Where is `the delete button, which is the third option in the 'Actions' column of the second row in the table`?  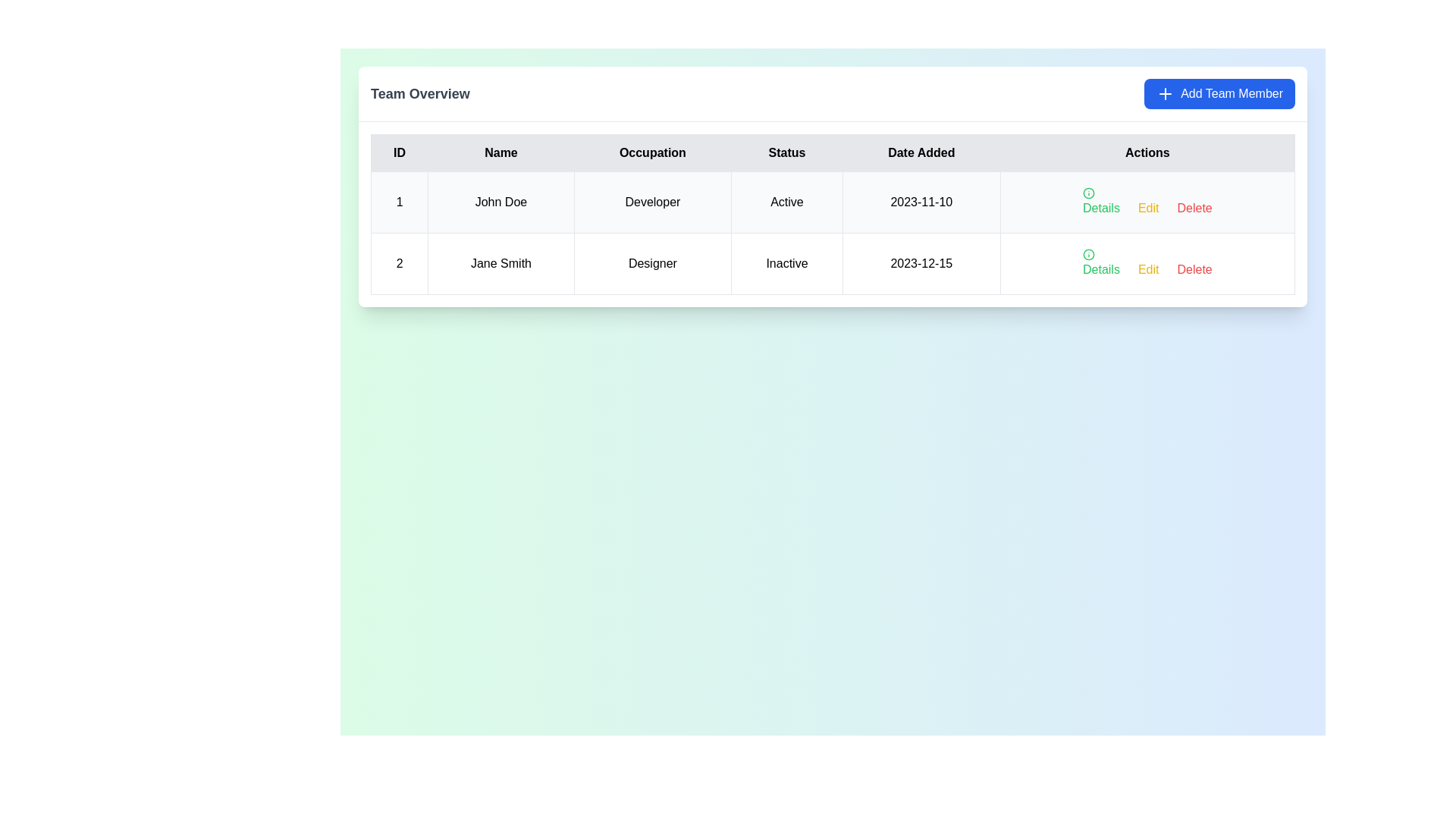
the delete button, which is the third option in the 'Actions' column of the second row in the table is located at coordinates (1194, 268).